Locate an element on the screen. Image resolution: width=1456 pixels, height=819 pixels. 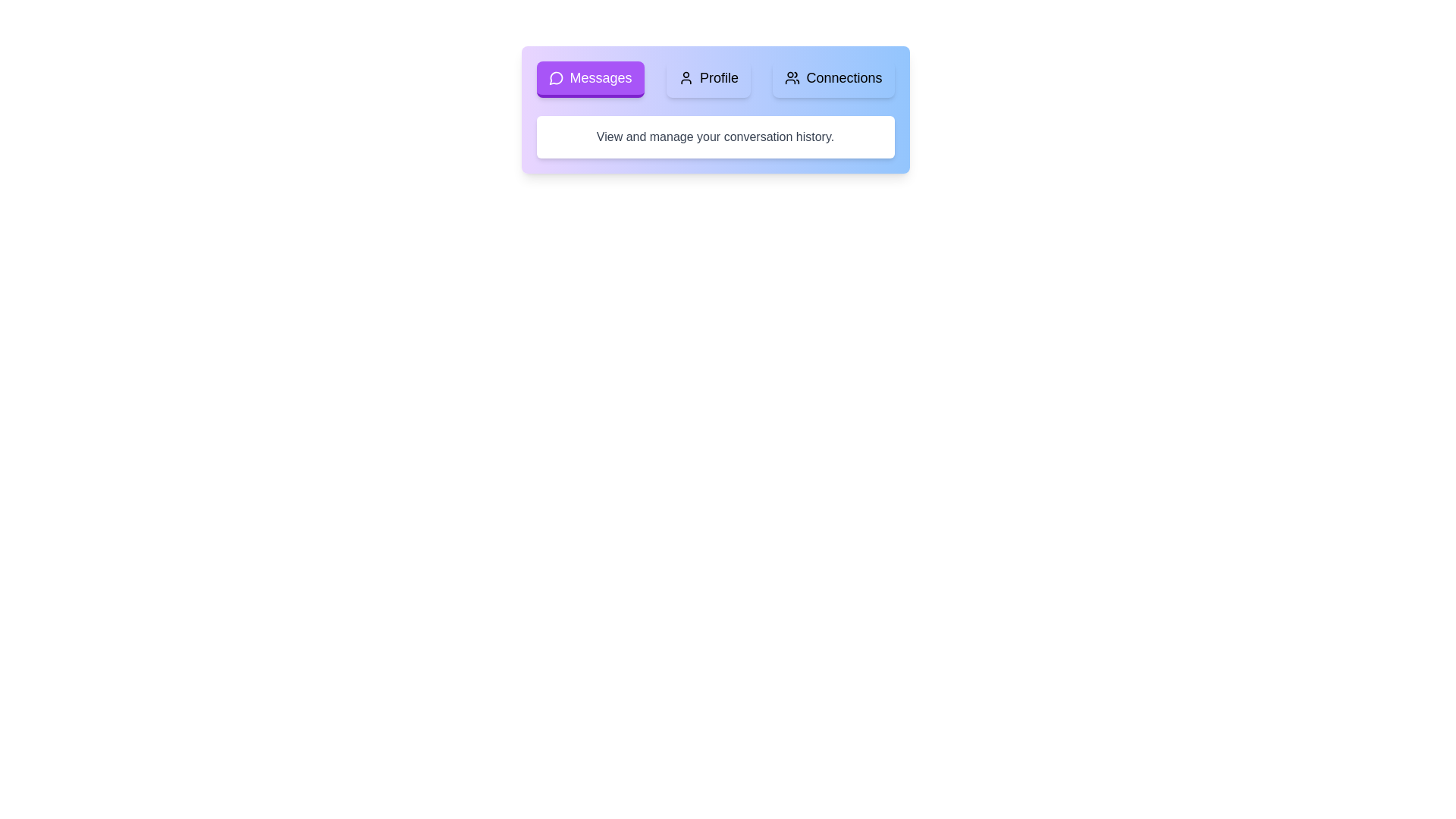
the 'Profile' icon located in the top navigation bar, which visually represents the profile-related functionality and is positioned to the left of the 'Profile' text label is located at coordinates (685, 78).